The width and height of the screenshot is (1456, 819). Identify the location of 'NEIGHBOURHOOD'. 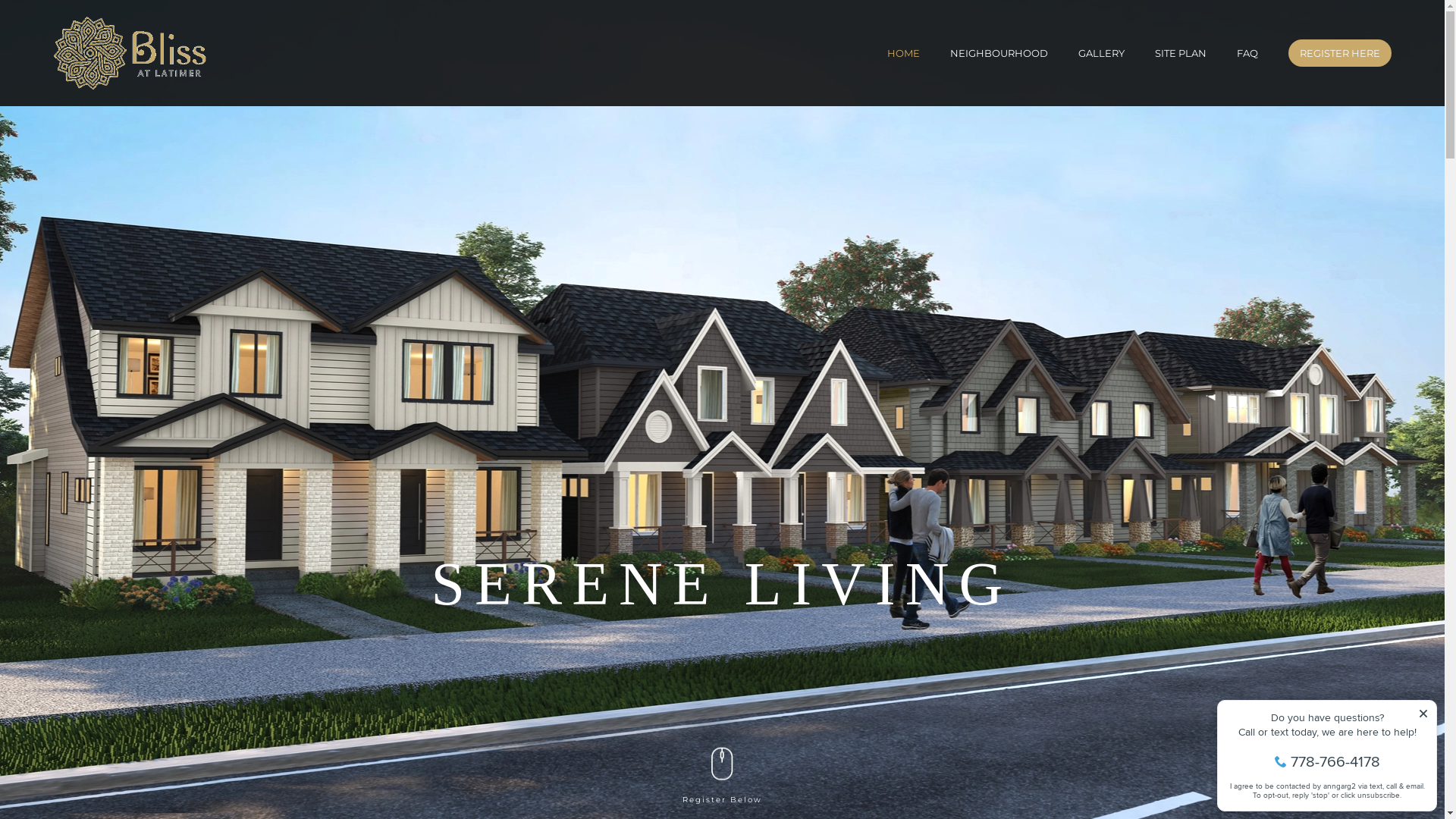
(999, 52).